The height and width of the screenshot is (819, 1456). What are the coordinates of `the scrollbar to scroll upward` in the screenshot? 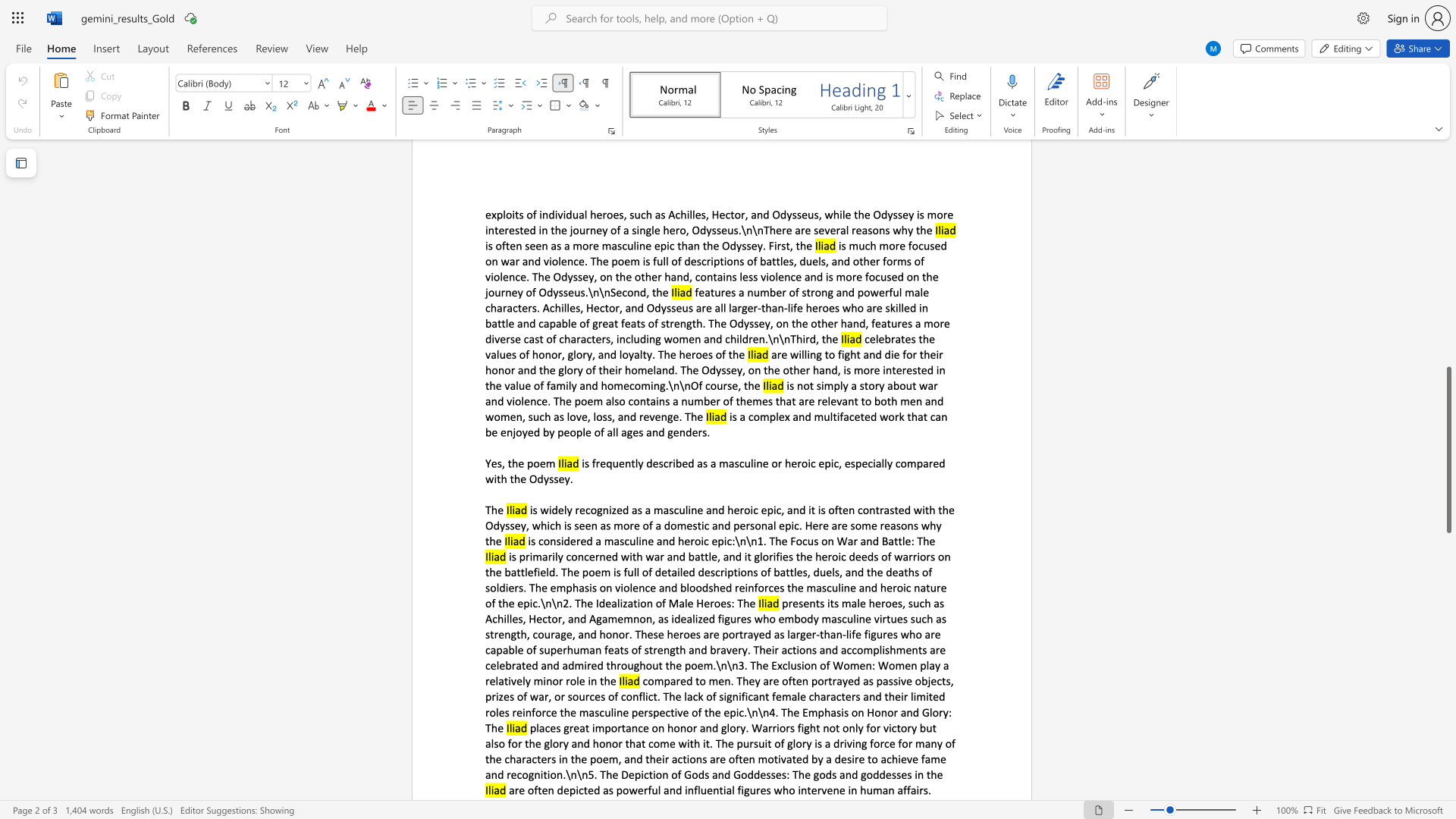 It's located at (1448, 265).